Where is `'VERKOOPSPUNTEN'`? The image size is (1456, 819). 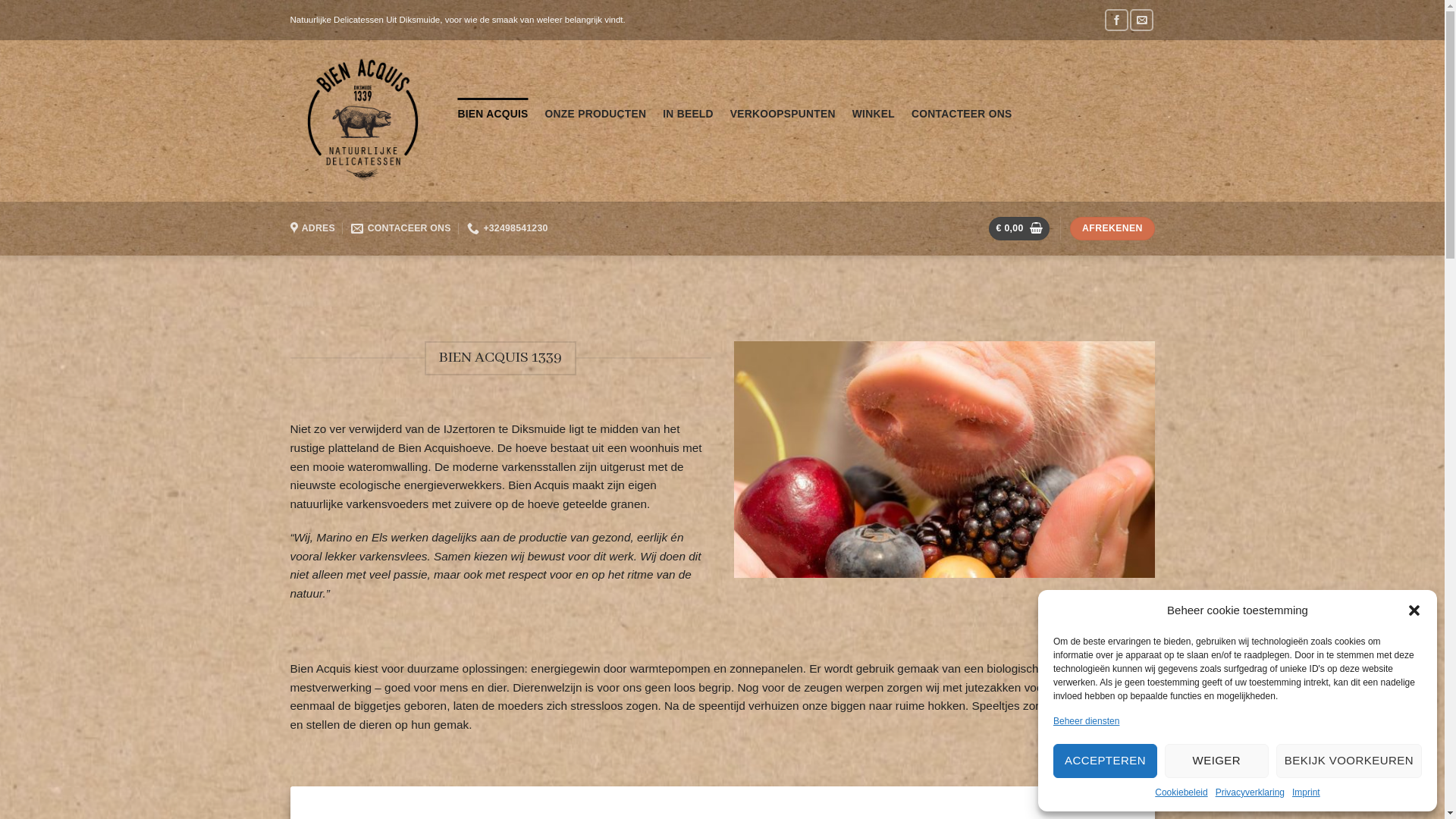
'VERKOOPSPUNTEN' is located at coordinates (783, 113).